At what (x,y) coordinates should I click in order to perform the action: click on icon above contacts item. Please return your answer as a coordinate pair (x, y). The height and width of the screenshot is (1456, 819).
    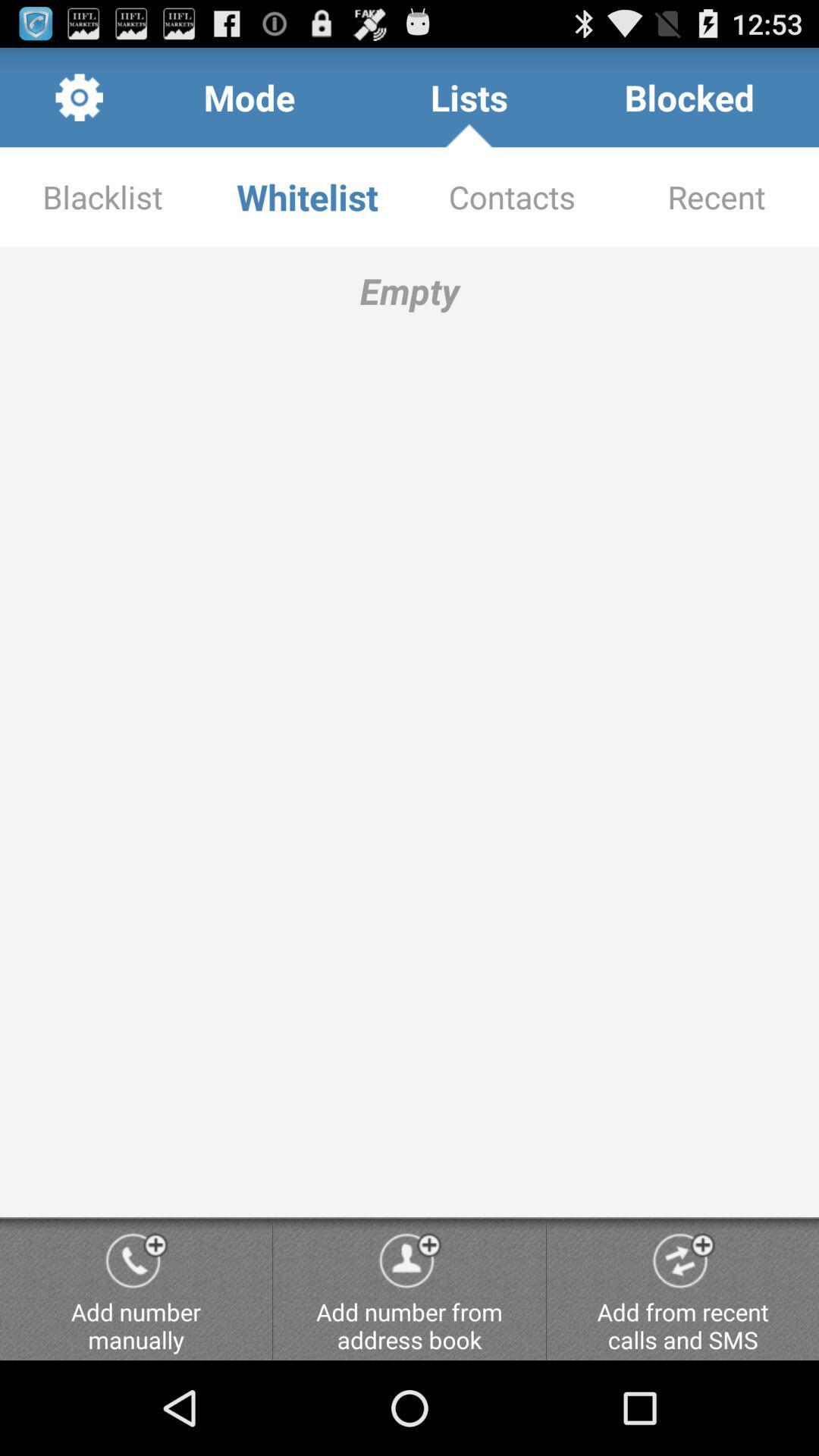
    Looking at the image, I should click on (689, 96).